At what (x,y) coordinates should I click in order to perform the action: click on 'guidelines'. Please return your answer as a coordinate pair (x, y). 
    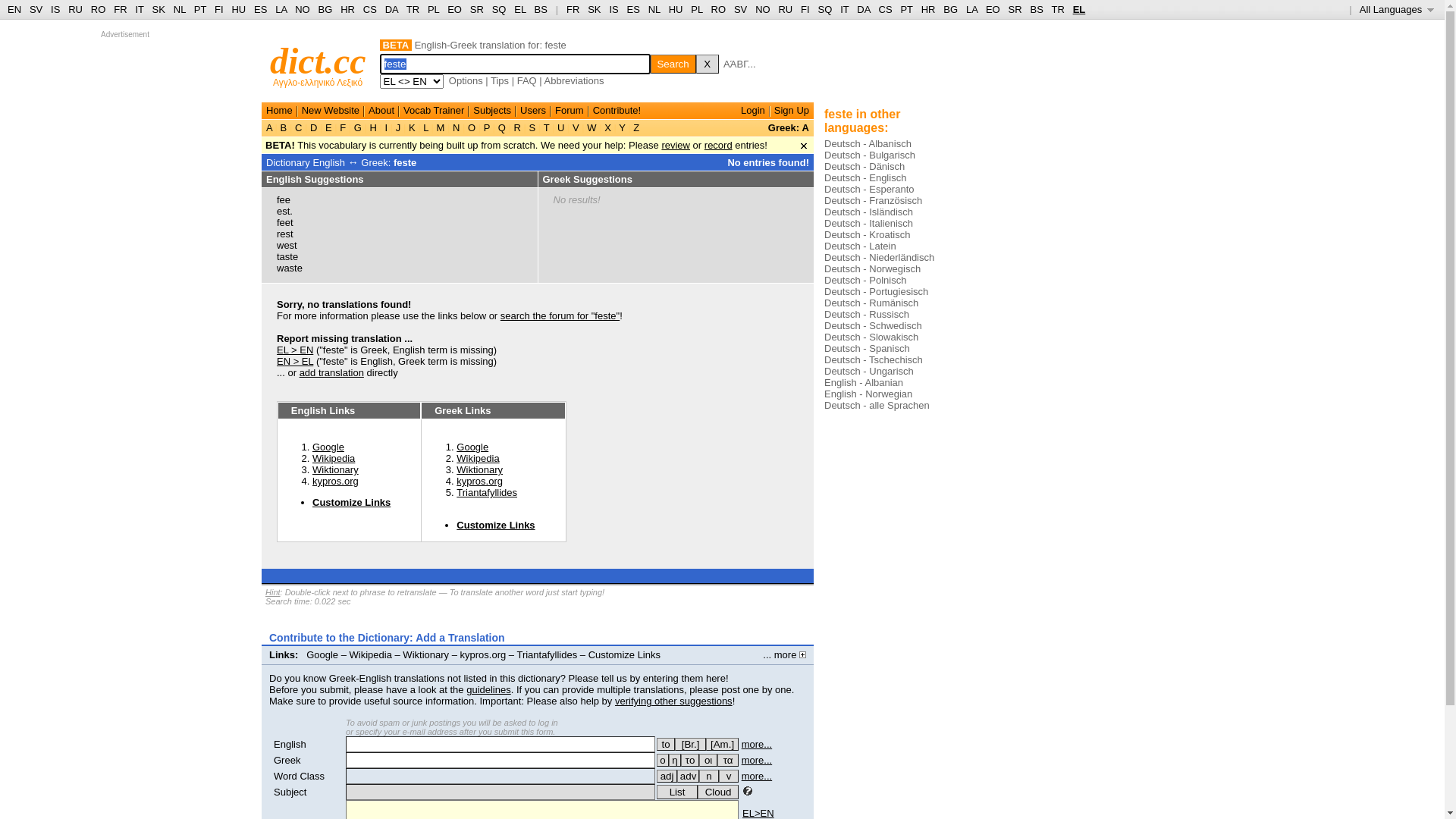
    Looking at the image, I should click on (488, 689).